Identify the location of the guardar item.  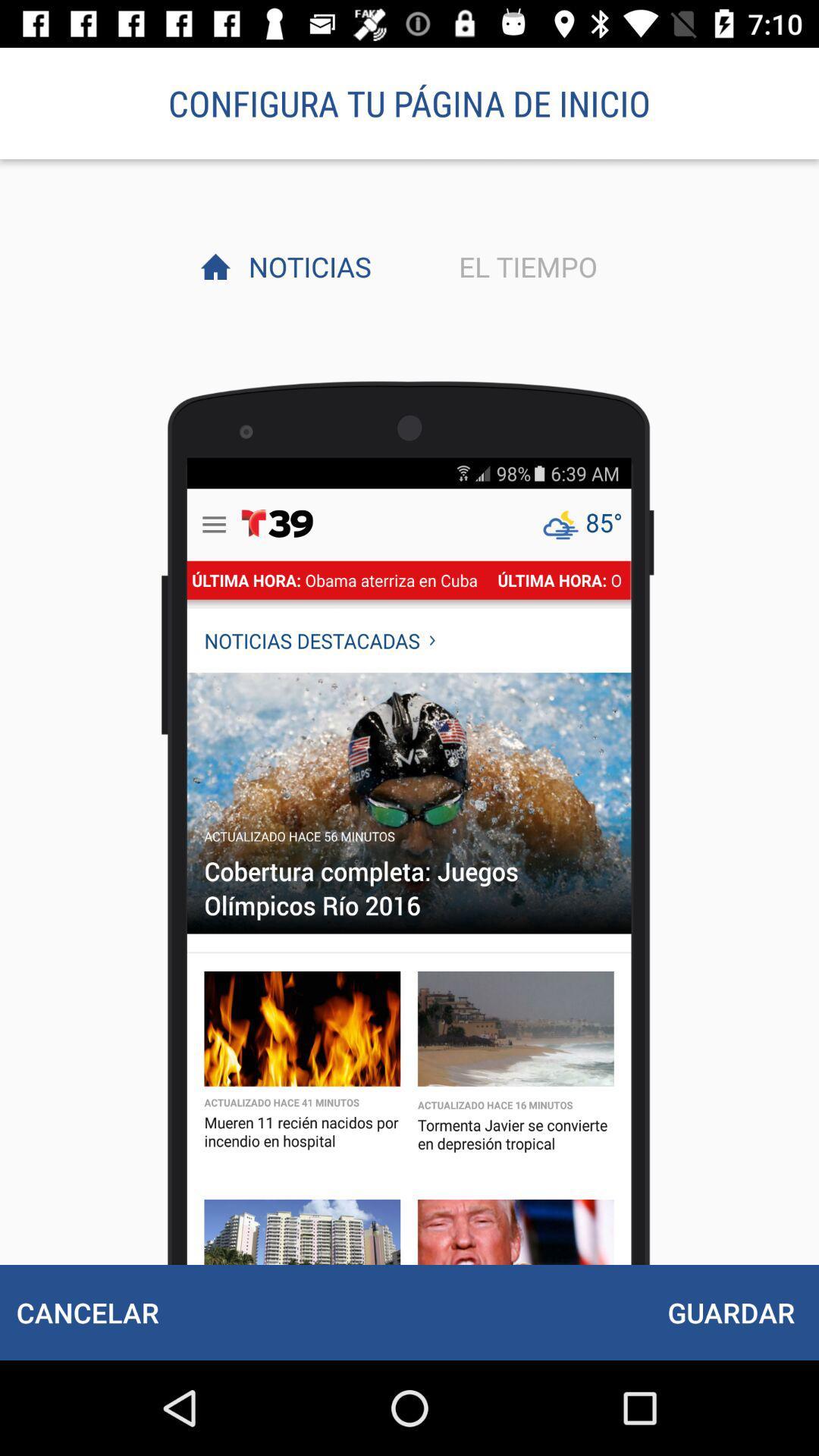
(730, 1312).